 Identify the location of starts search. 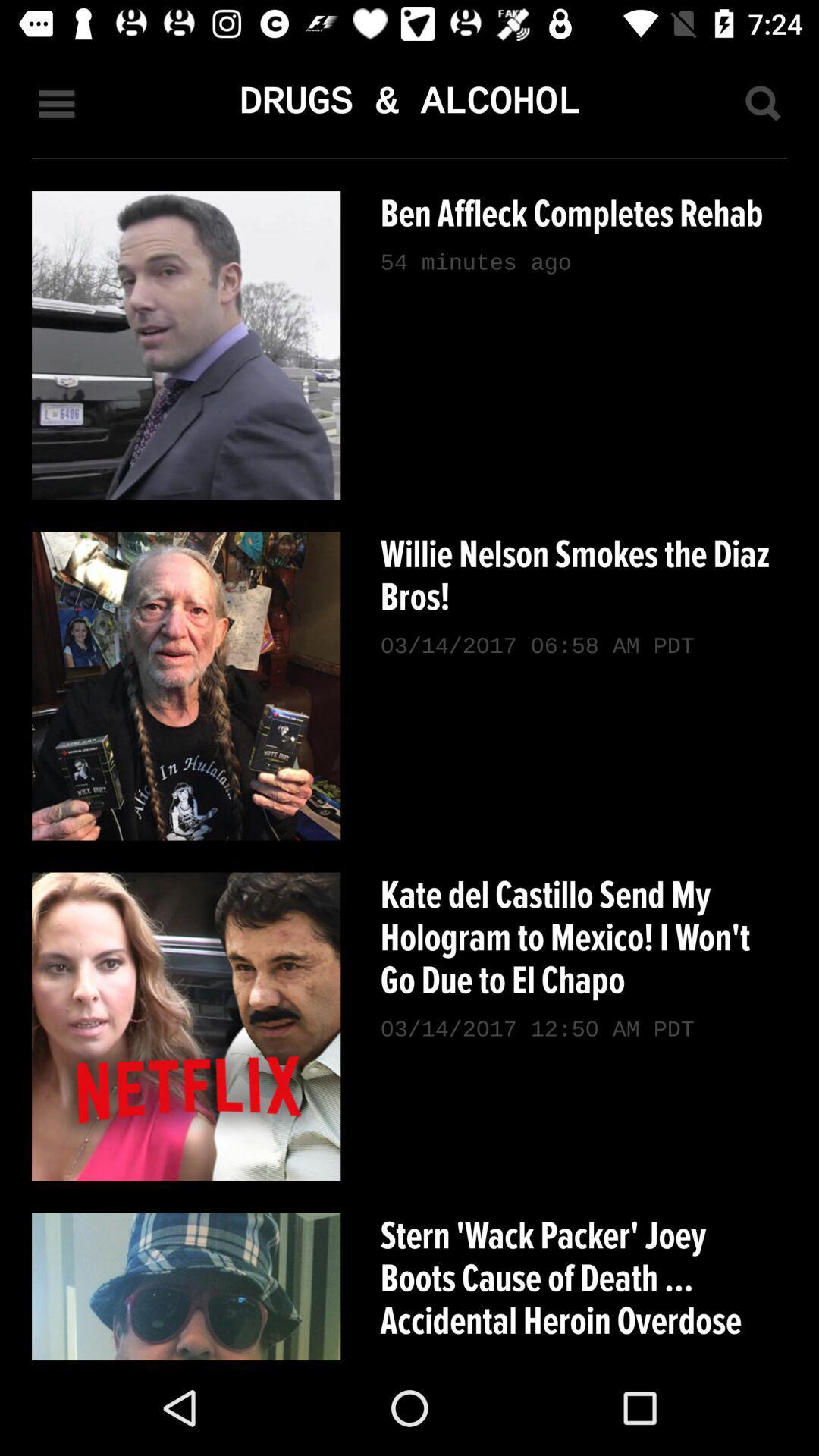
(762, 102).